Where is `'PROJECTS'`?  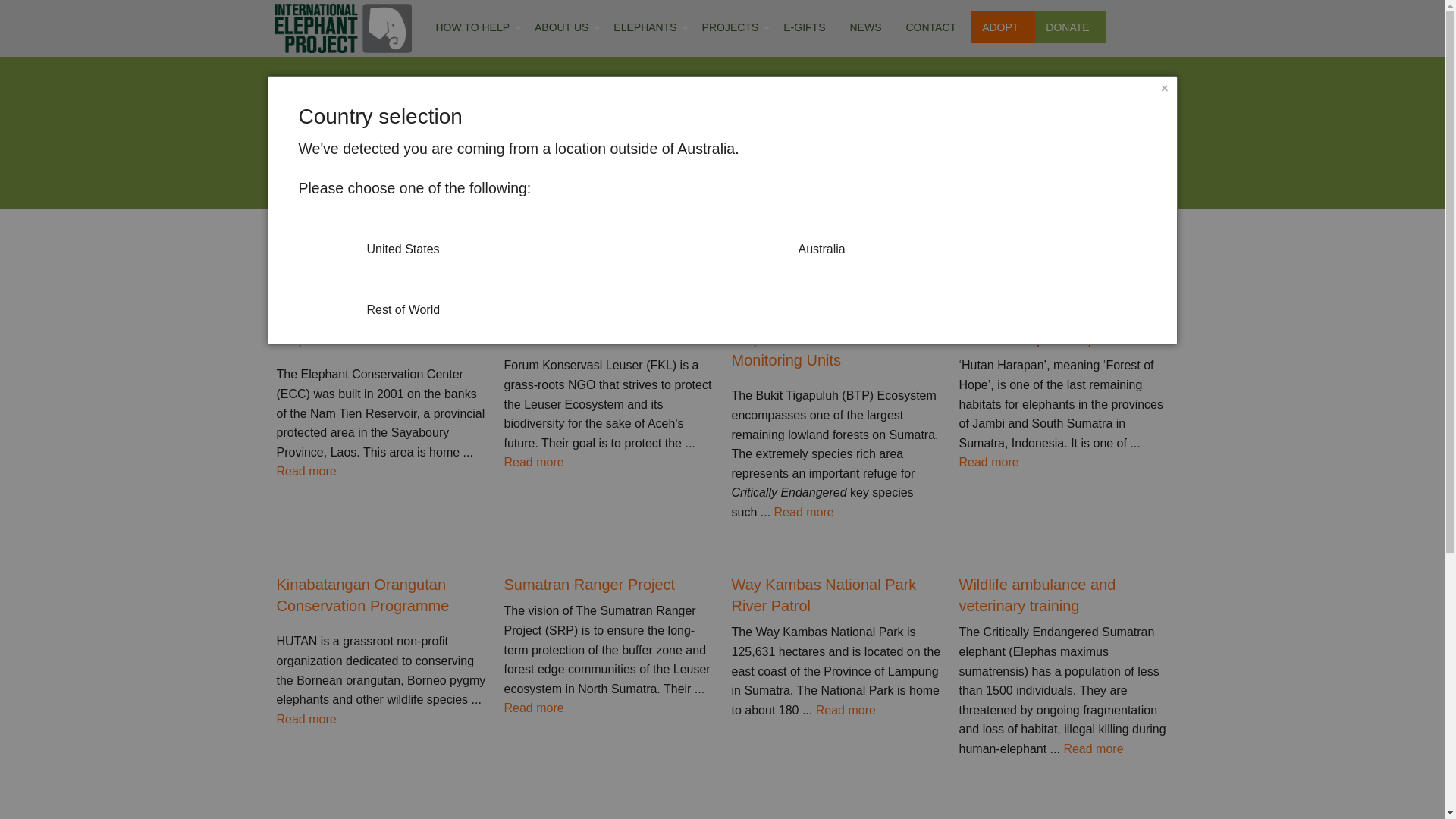 'PROJECTS' is located at coordinates (734, 27).